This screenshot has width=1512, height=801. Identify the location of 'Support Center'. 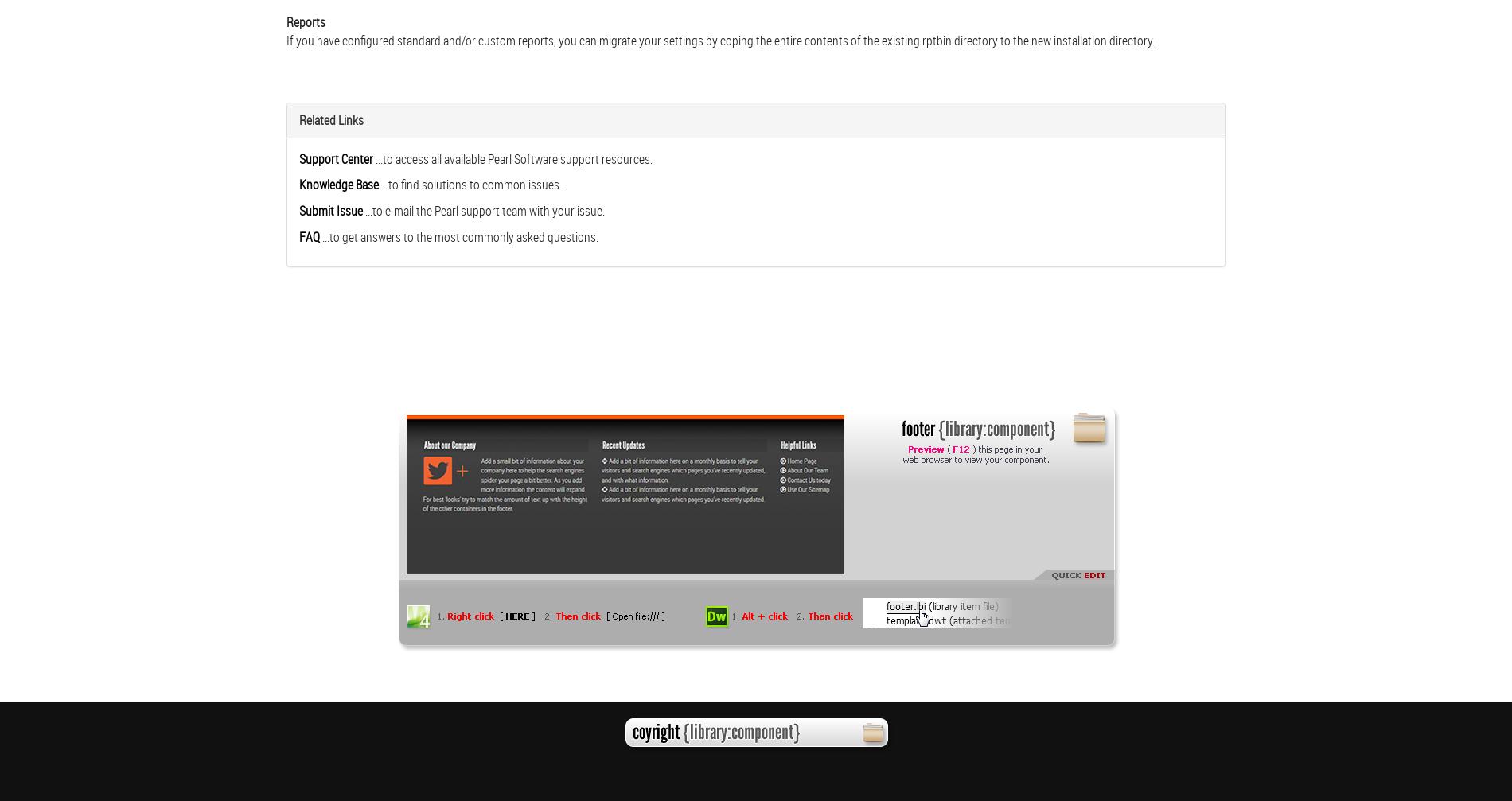
(298, 157).